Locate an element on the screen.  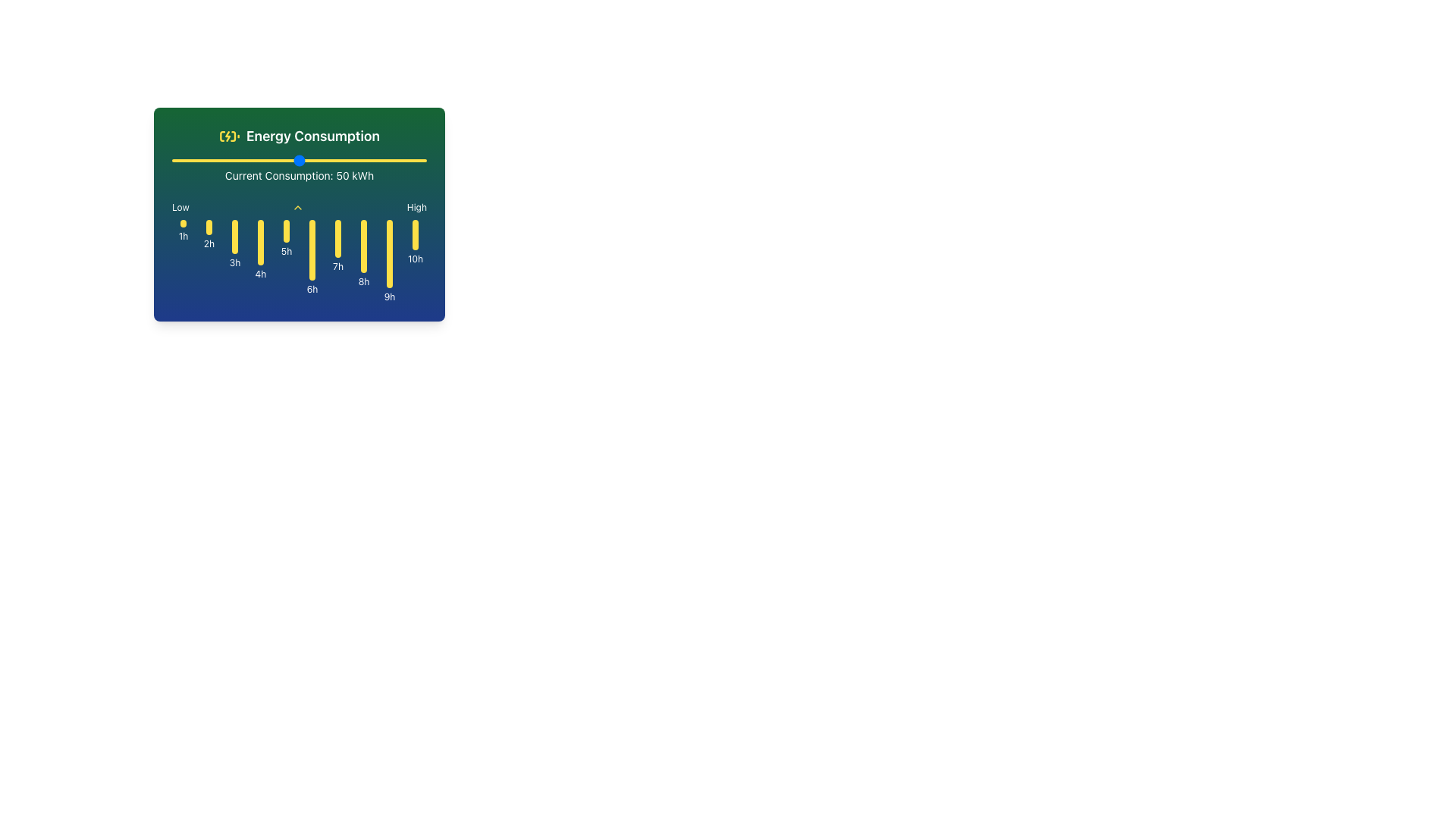
text content of the small text label displaying '4h', positioned below the yellow vertical bar in the graphical time chart is located at coordinates (261, 275).